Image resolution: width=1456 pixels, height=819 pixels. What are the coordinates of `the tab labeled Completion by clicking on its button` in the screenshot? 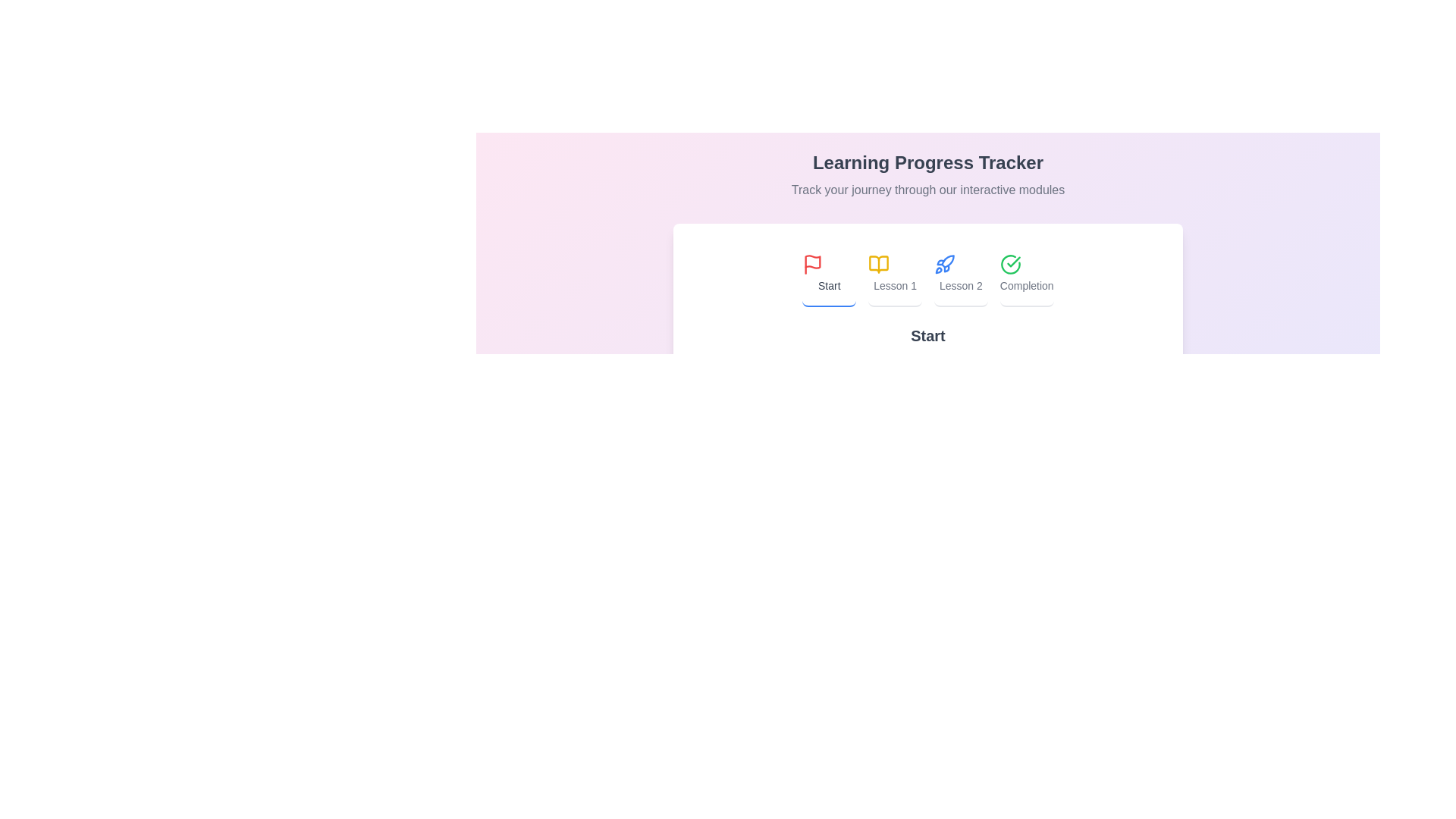 It's located at (1027, 275).